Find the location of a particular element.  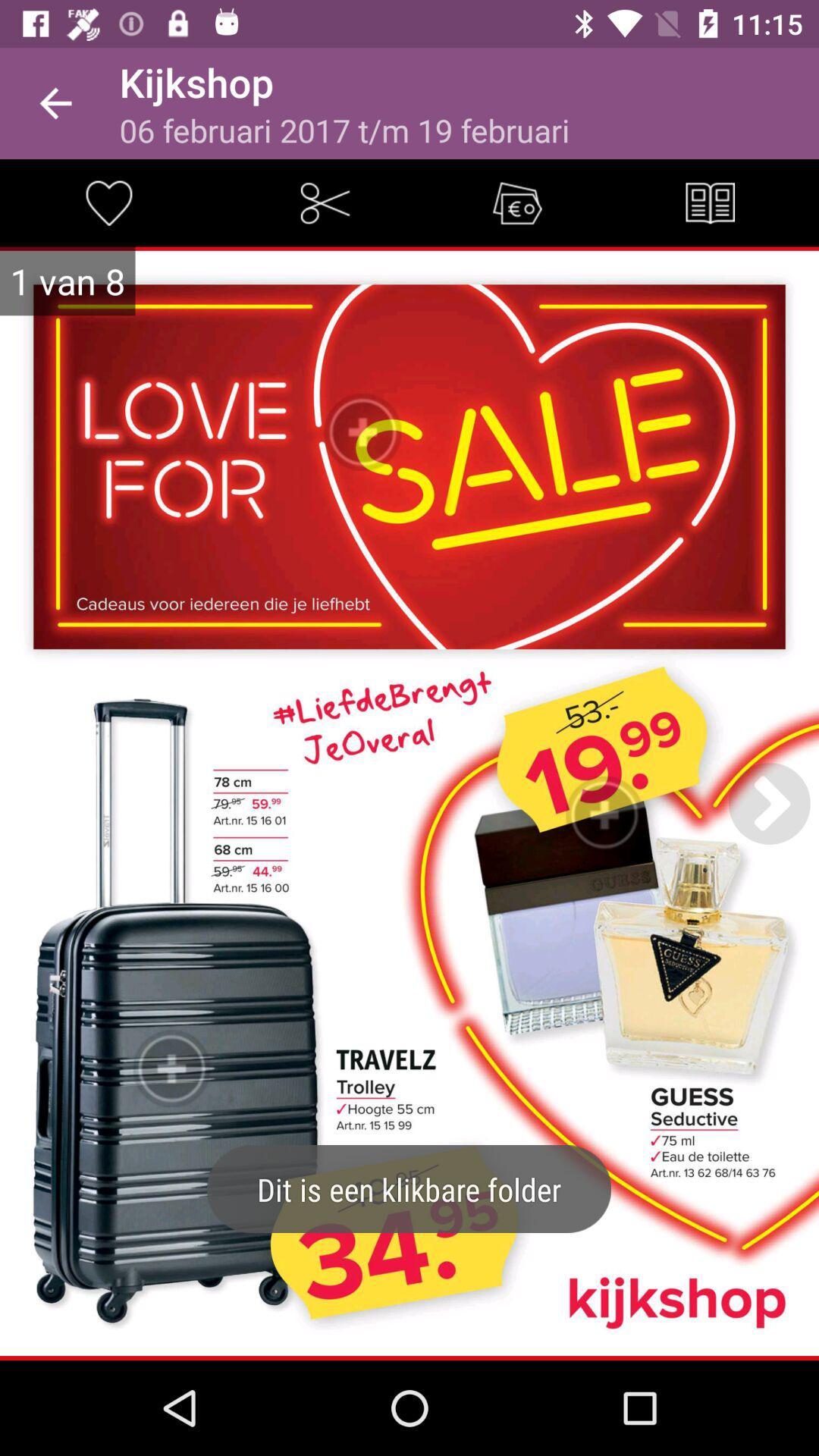

the label icon is located at coordinates (516, 202).